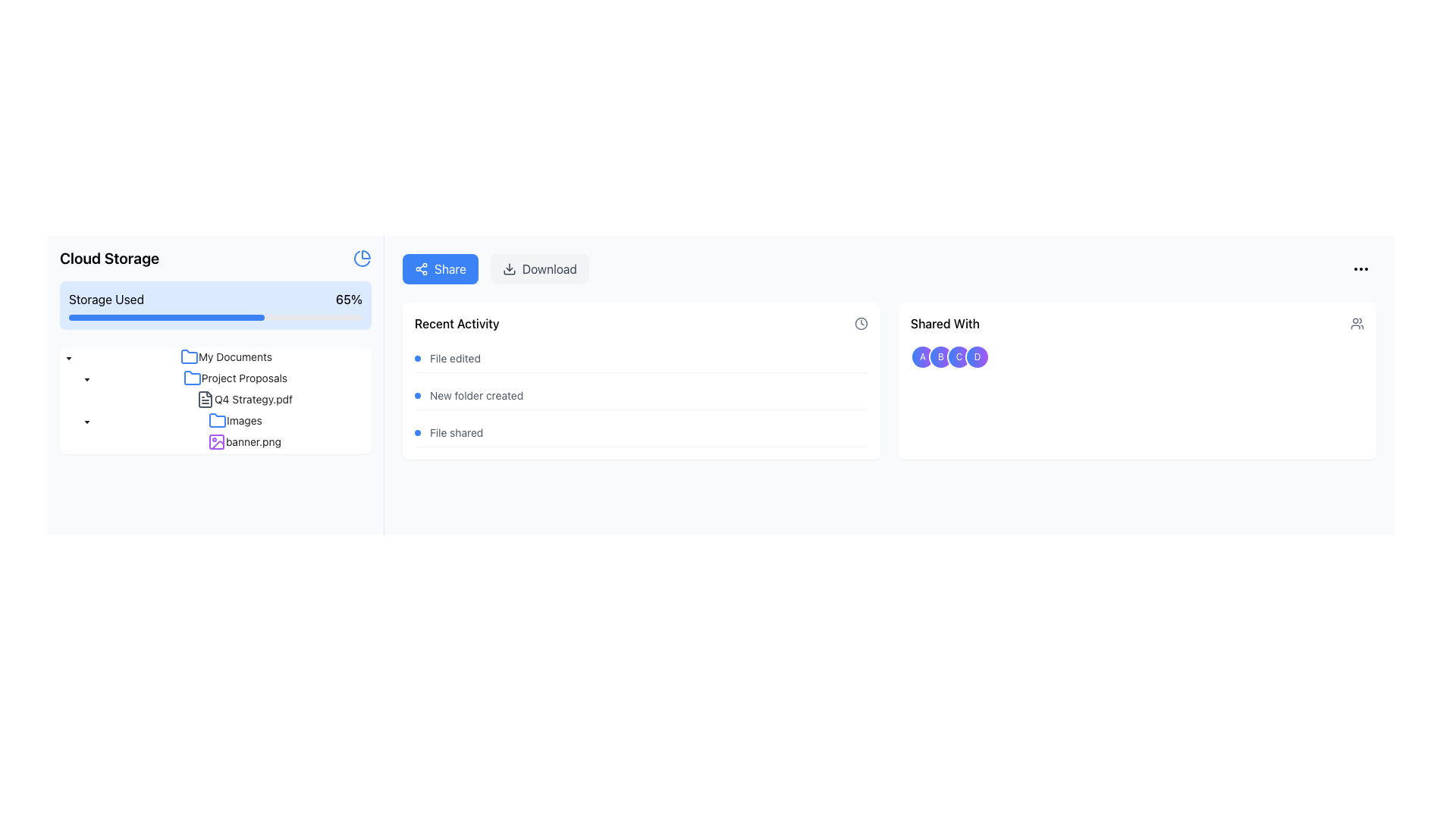 Image resolution: width=1456 pixels, height=819 pixels. Describe the element at coordinates (253, 441) in the screenshot. I see `the 'banner.png' file name label` at that location.